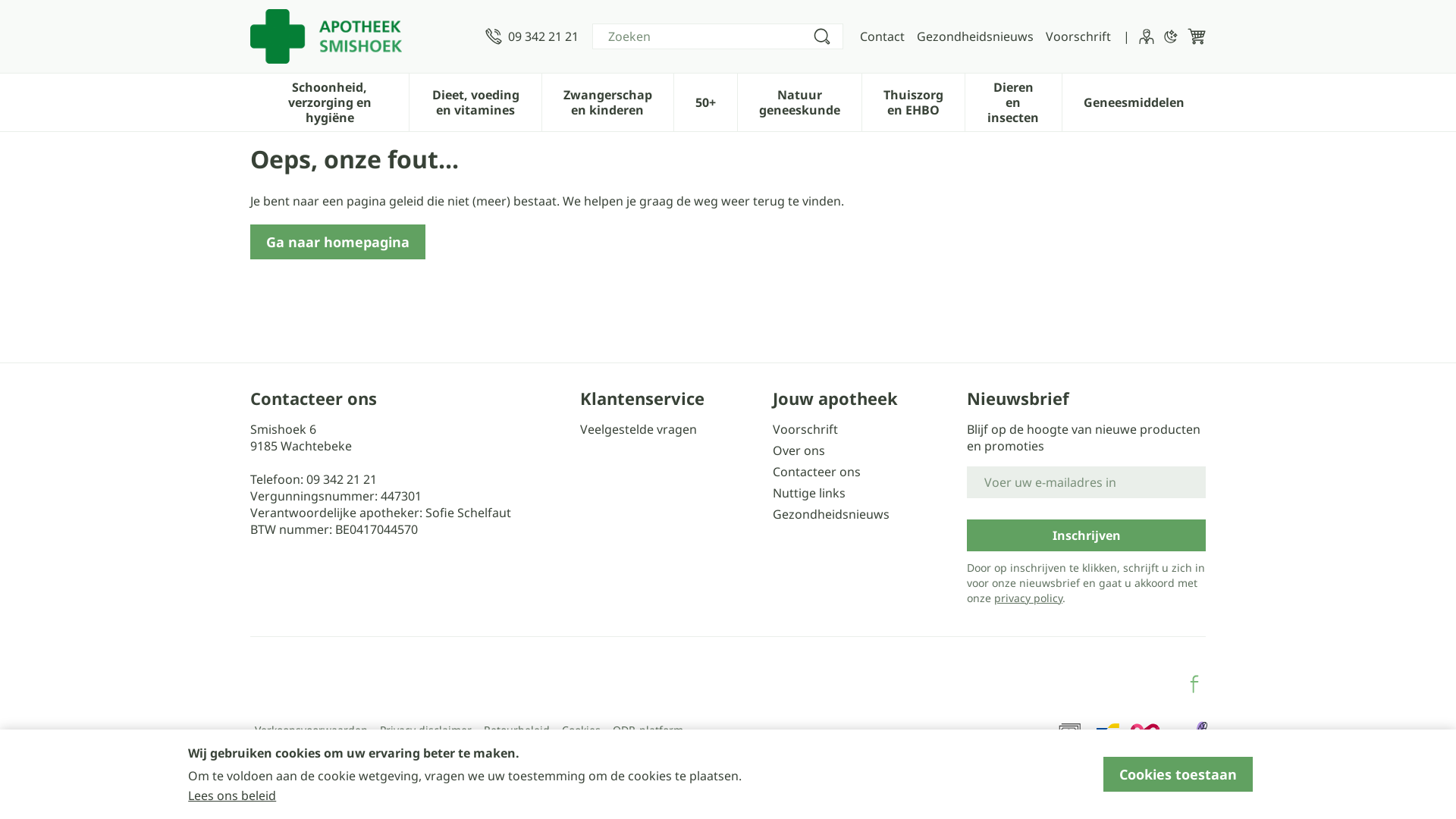  Describe the element at coordinates (1013, 100) in the screenshot. I see `'Dieren en insecten'` at that location.